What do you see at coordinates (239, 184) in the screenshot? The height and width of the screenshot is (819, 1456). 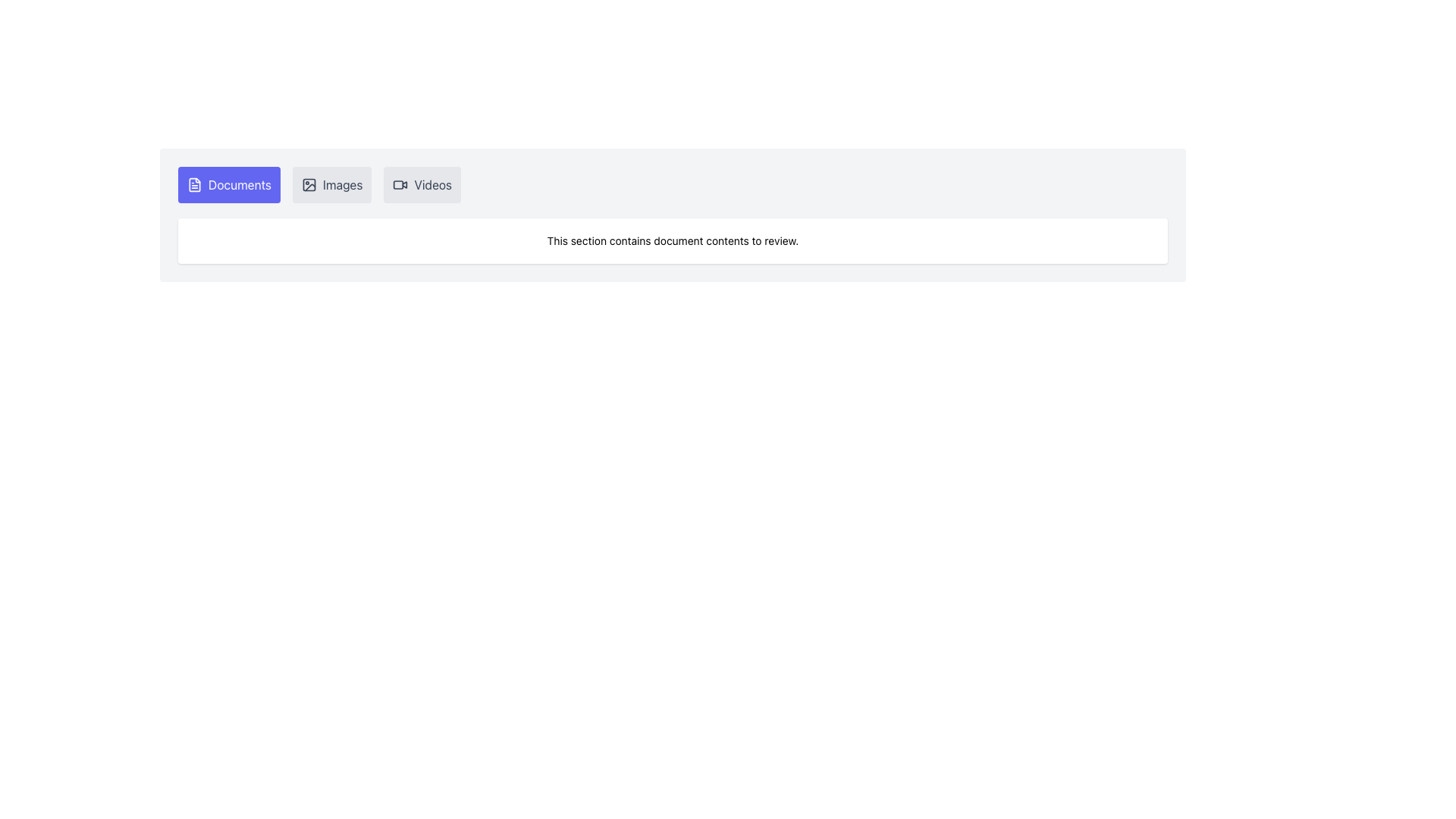 I see `the 'Documents' button on the navigation menu, which is the first option with a white text label on a blue background and an icon of a document` at bounding box center [239, 184].